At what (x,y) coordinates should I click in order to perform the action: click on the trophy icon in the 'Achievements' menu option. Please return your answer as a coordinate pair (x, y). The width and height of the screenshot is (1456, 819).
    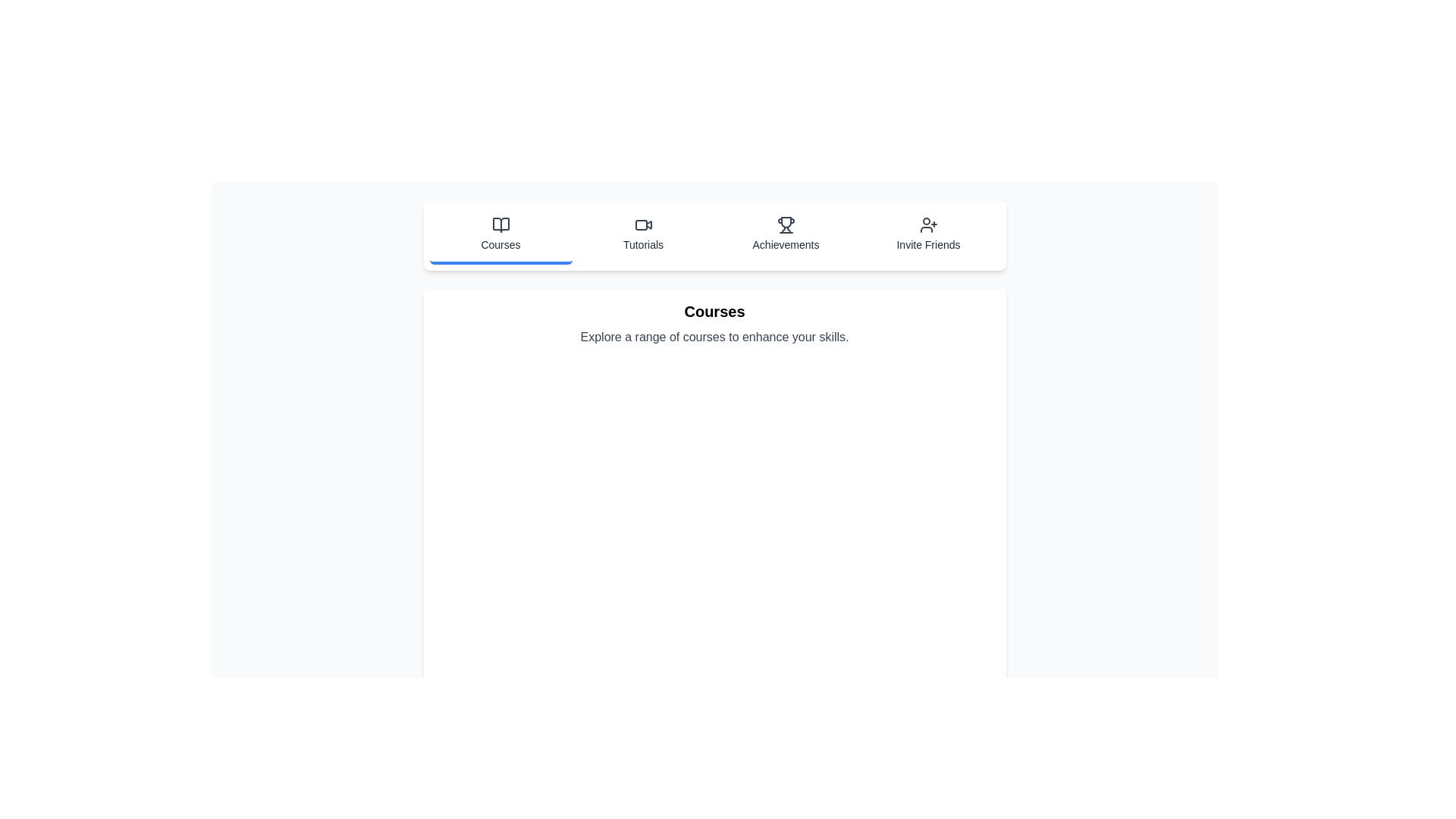
    Looking at the image, I should click on (786, 225).